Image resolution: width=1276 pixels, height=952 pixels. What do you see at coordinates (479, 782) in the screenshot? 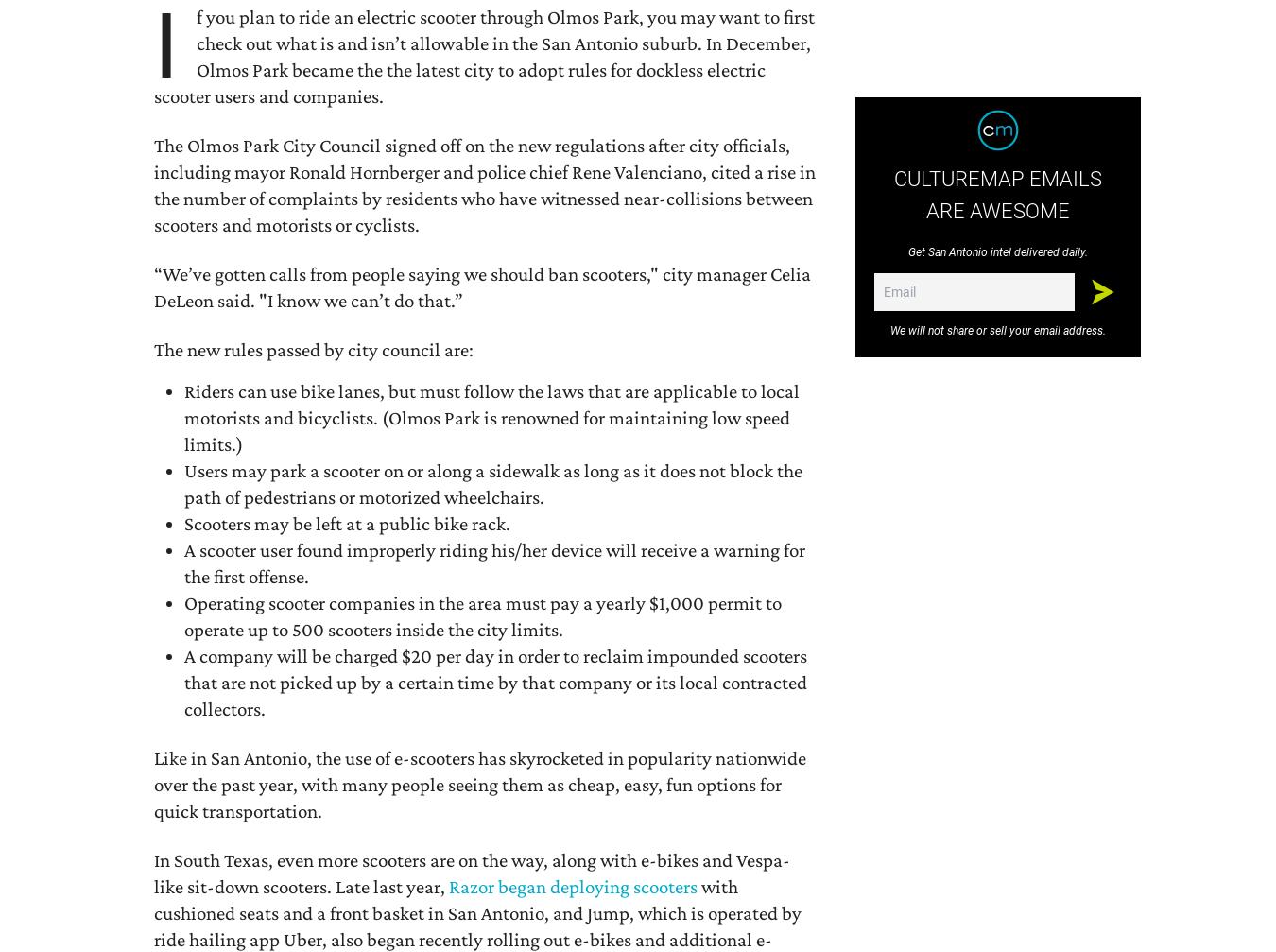
I see `'Like in San Antonio, the use of e-scooters has skyrocketed in popularity nationwide over the past year, with many people seeing them as cheap, easy, fun options for quick transportation.'` at bounding box center [479, 782].